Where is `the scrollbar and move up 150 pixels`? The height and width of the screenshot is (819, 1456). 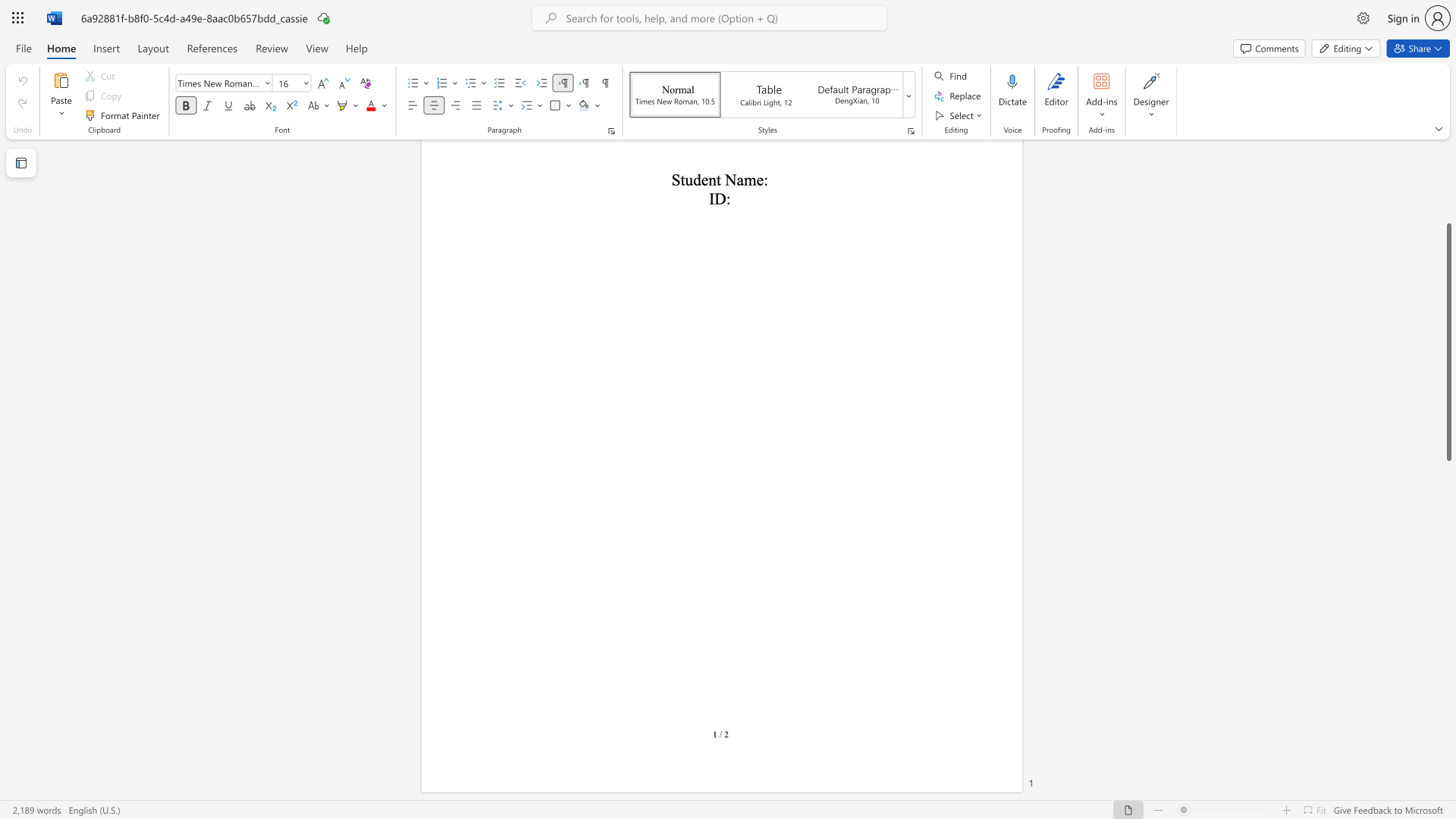
the scrollbar and move up 150 pixels is located at coordinates (1448, 342).